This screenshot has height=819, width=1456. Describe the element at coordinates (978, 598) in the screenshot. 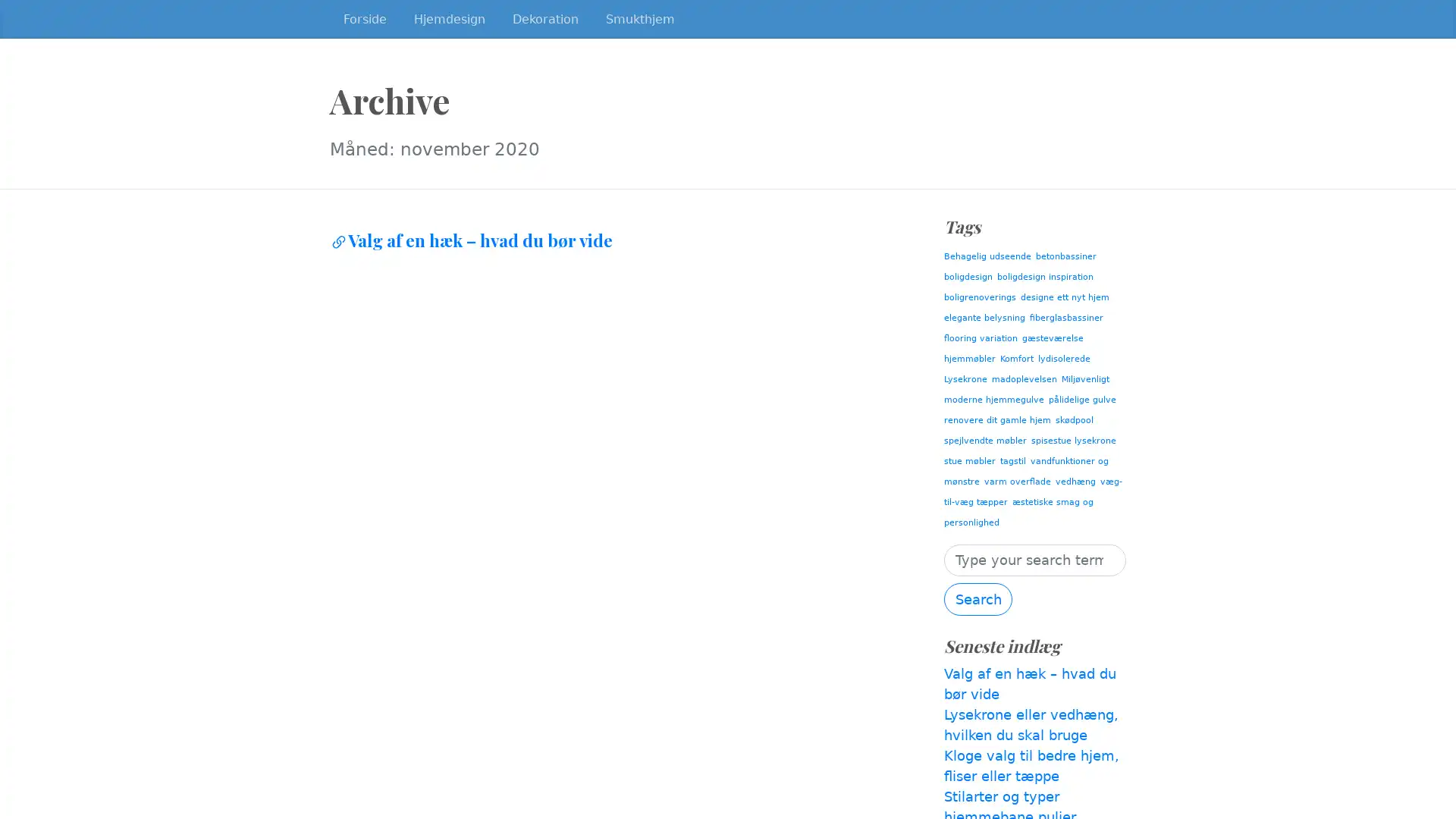

I see `Search` at that location.